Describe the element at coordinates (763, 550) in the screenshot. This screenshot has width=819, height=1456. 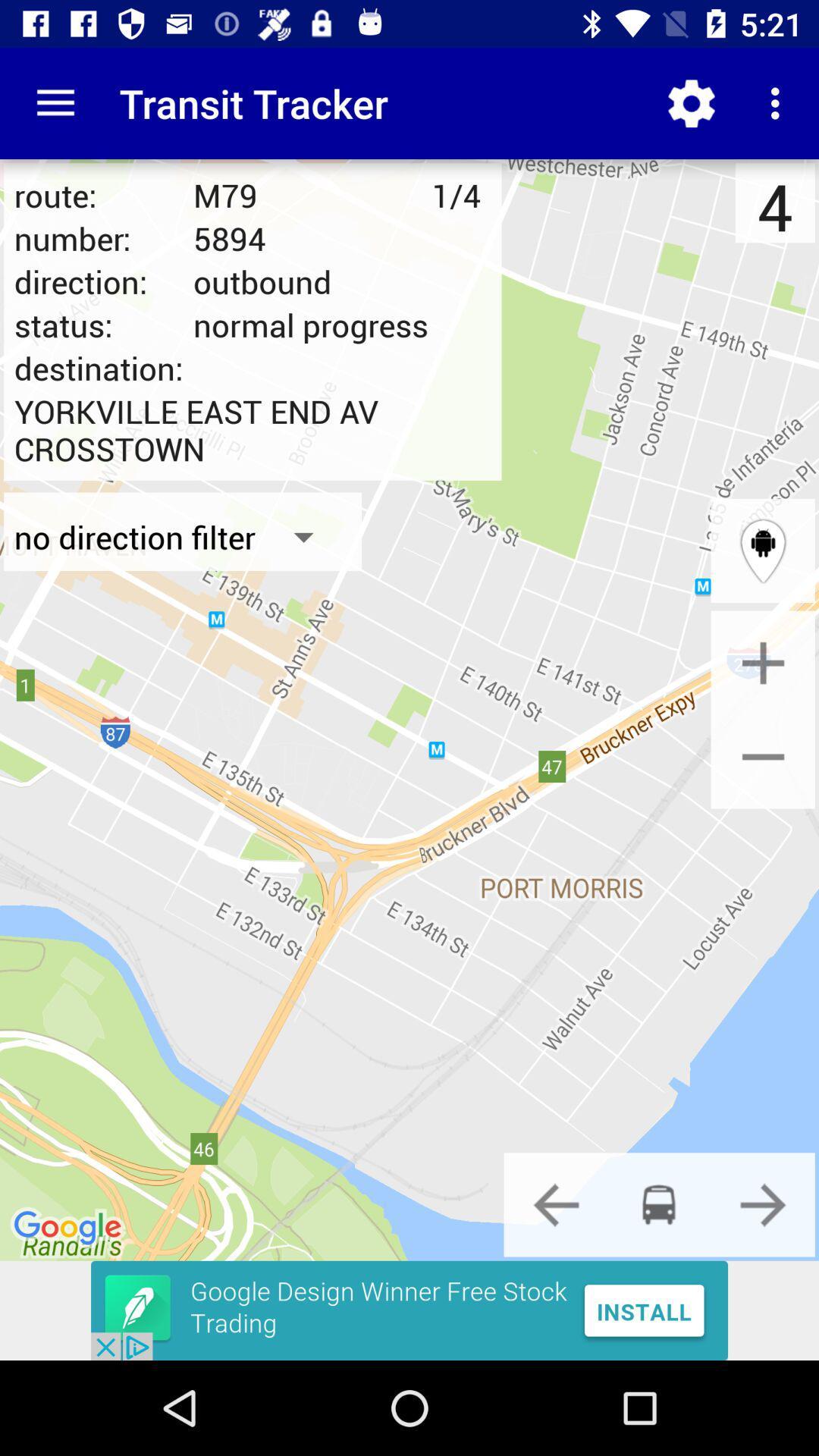
I see `the location icon` at that location.